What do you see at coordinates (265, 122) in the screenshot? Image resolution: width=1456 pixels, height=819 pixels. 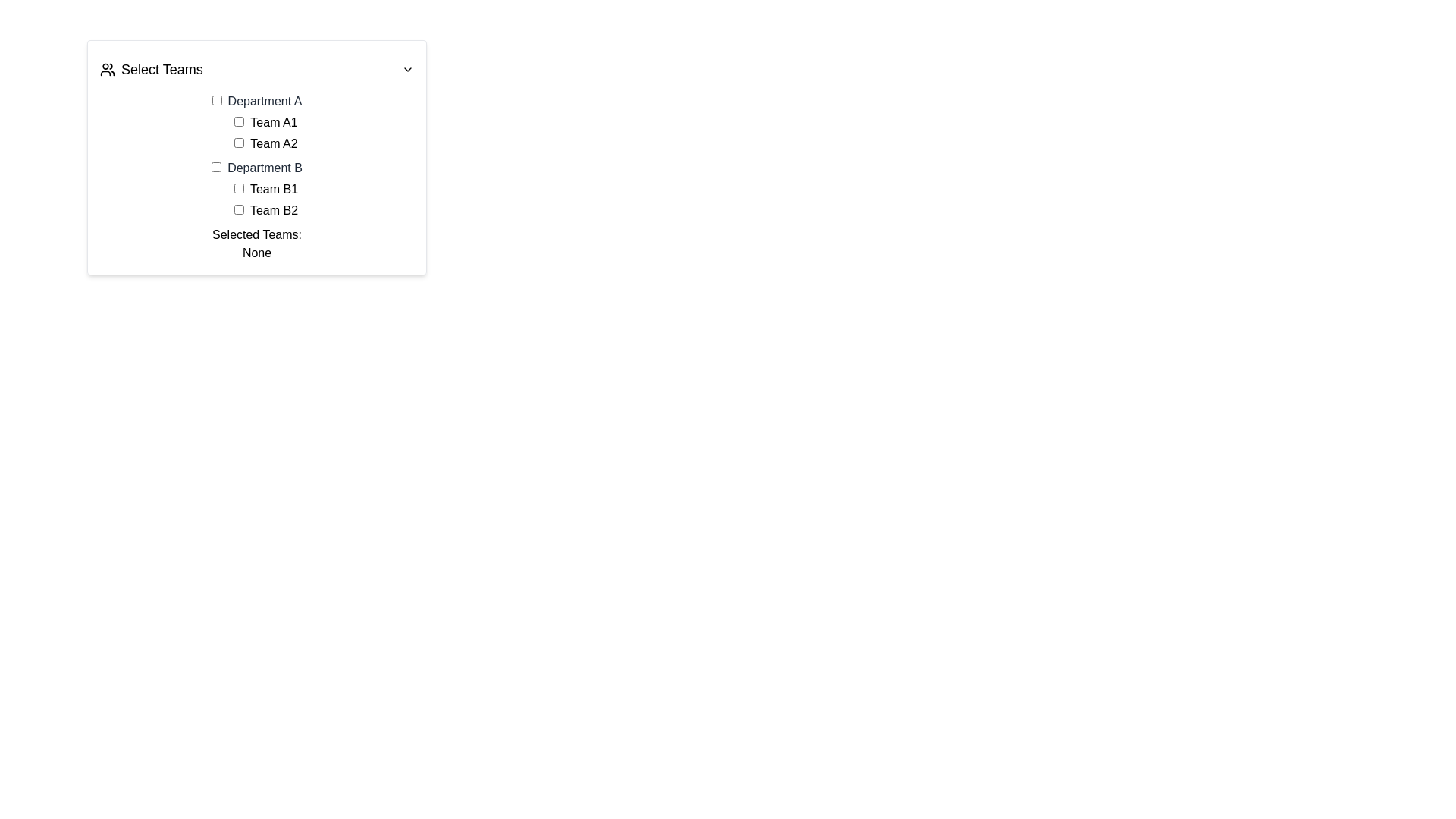 I see `the text label for the first team under 'Department A' in the selection list` at bounding box center [265, 122].